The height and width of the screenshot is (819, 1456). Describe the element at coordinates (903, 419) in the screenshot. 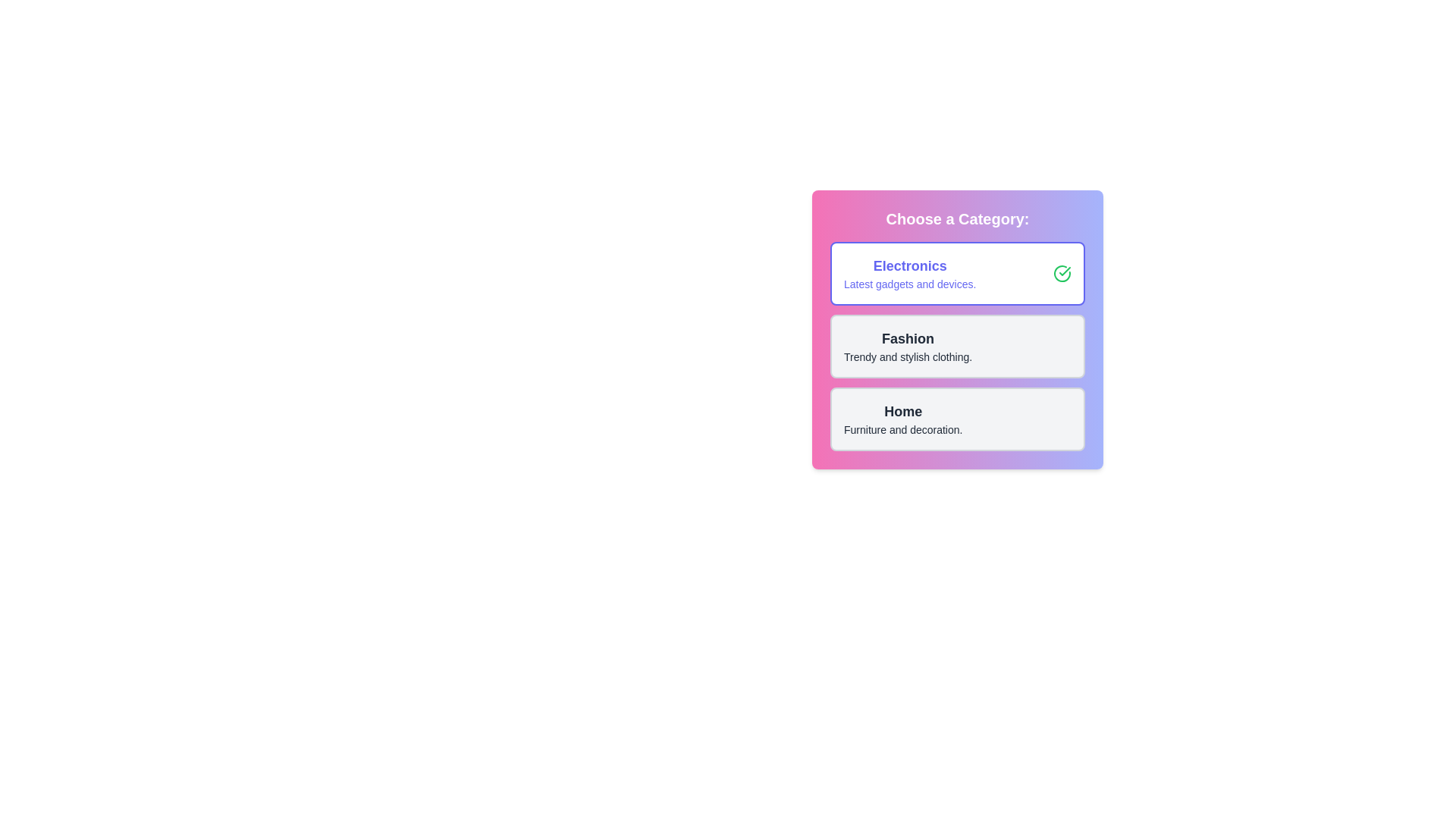

I see `the 'Home' text block, which is the third category option in the list` at that location.